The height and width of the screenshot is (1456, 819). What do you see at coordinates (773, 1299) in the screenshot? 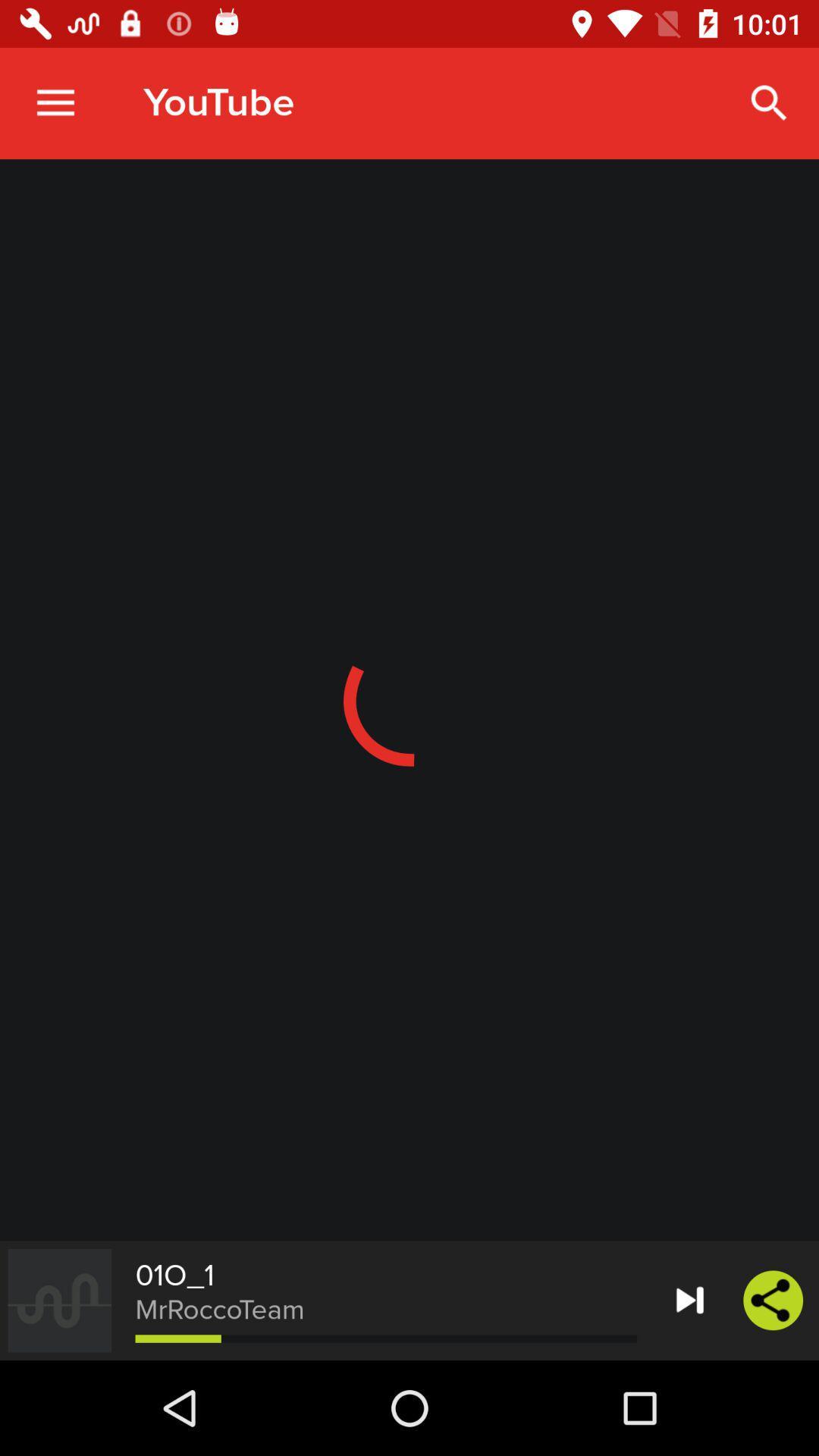
I see `the share icon` at bounding box center [773, 1299].